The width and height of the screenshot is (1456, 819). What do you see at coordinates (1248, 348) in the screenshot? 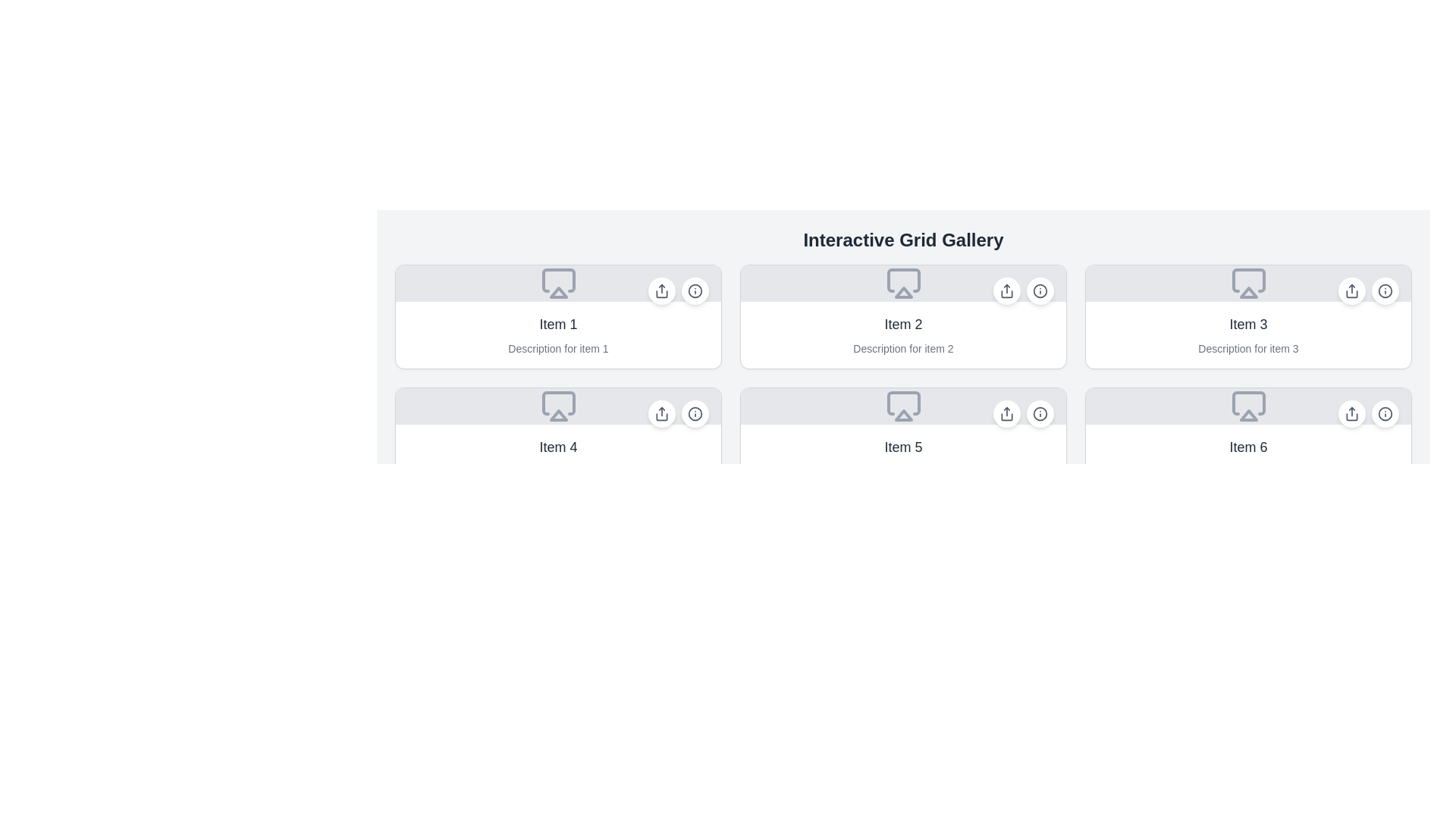
I see `the text element displaying 'Description for item 3', which is located directly underneath the title 'Item 3'` at bounding box center [1248, 348].